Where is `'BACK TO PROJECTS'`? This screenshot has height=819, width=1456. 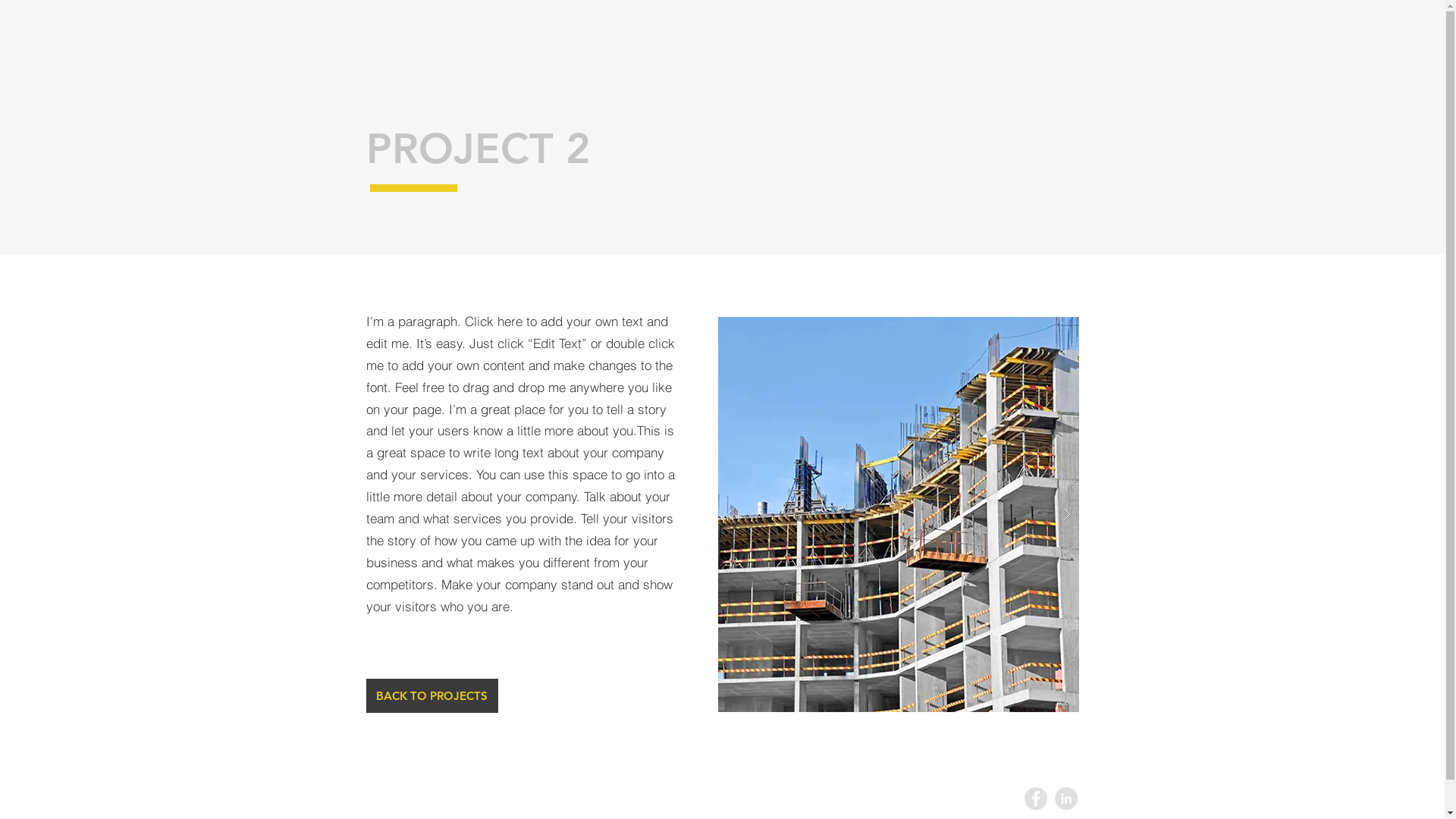 'BACK TO PROJECTS' is located at coordinates (431, 695).